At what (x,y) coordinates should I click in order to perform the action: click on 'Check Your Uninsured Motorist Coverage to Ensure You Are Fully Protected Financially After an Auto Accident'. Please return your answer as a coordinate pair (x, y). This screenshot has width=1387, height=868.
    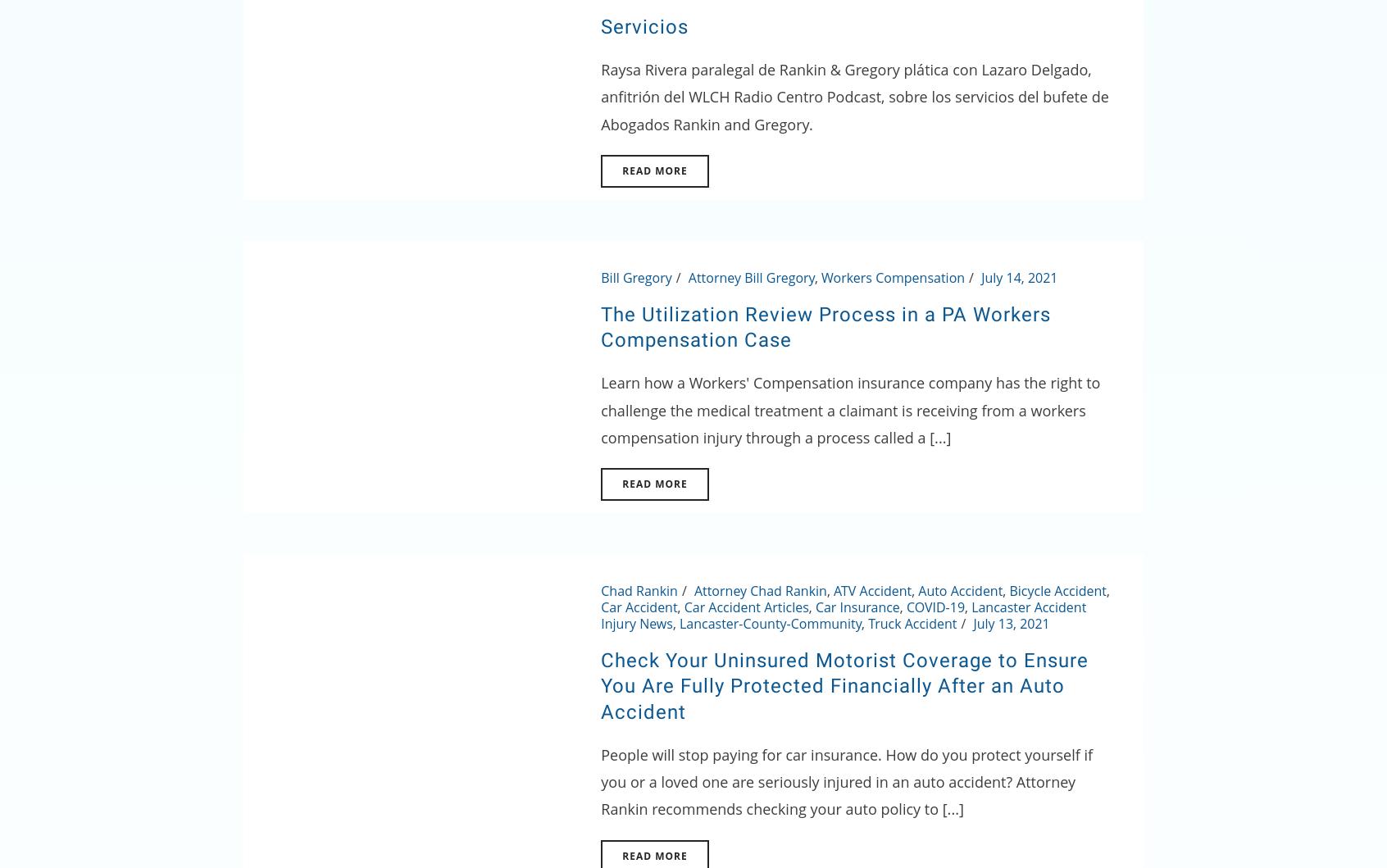
    Looking at the image, I should click on (599, 685).